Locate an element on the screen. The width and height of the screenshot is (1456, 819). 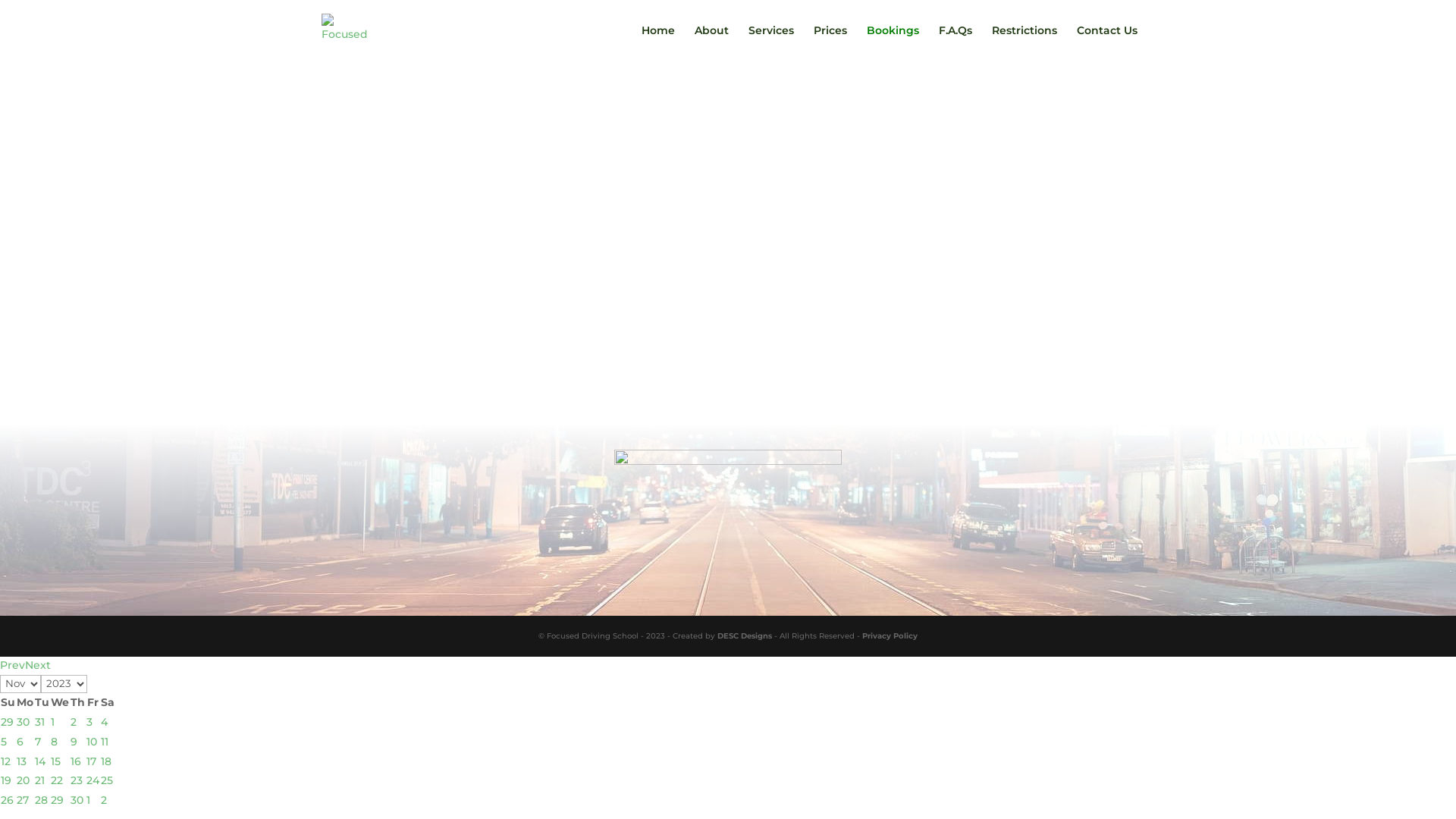
'1' is located at coordinates (87, 799).